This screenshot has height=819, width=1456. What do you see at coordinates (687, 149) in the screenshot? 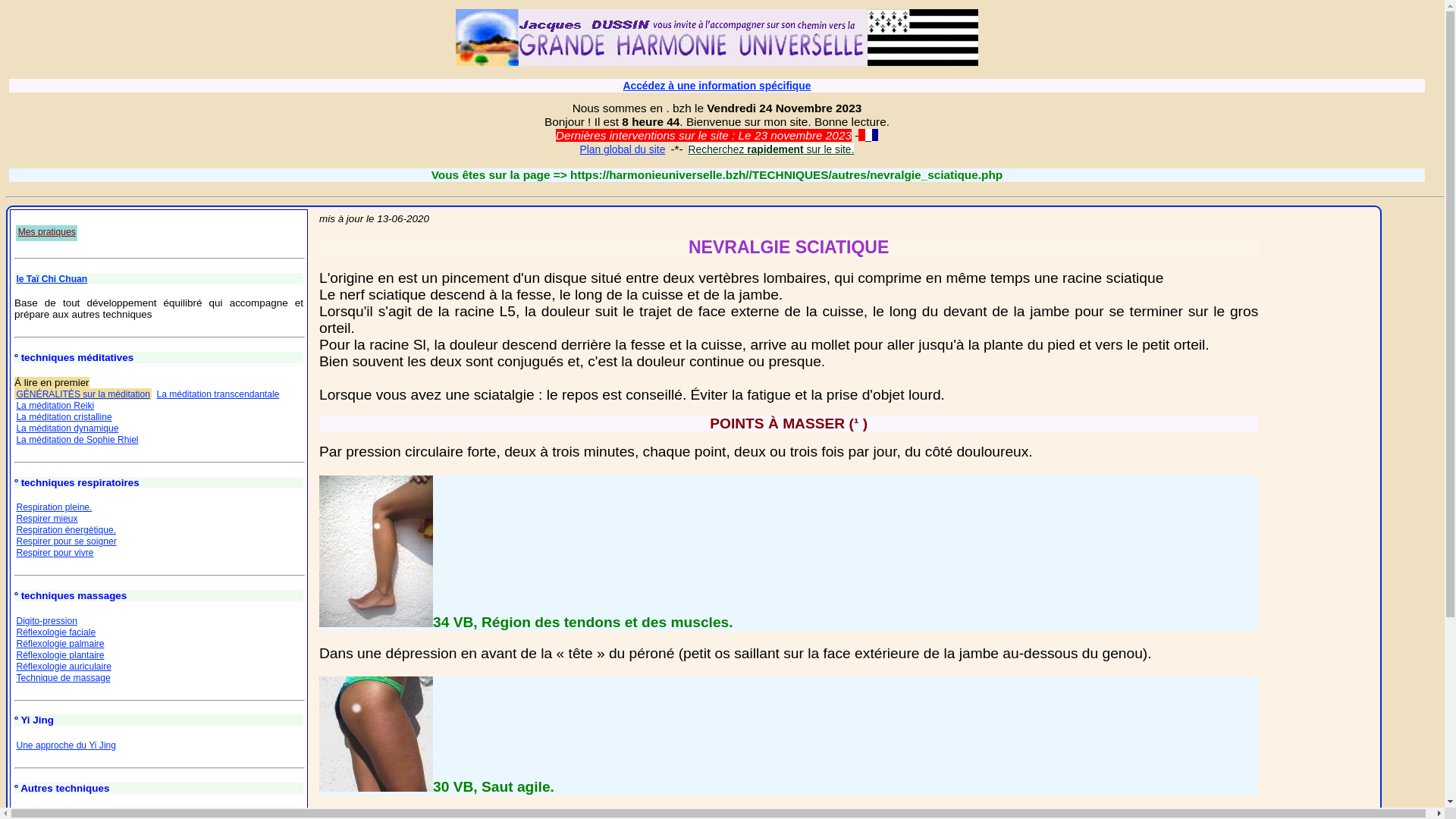
I see `'Recherchez rapidement sur le site.'` at bounding box center [687, 149].